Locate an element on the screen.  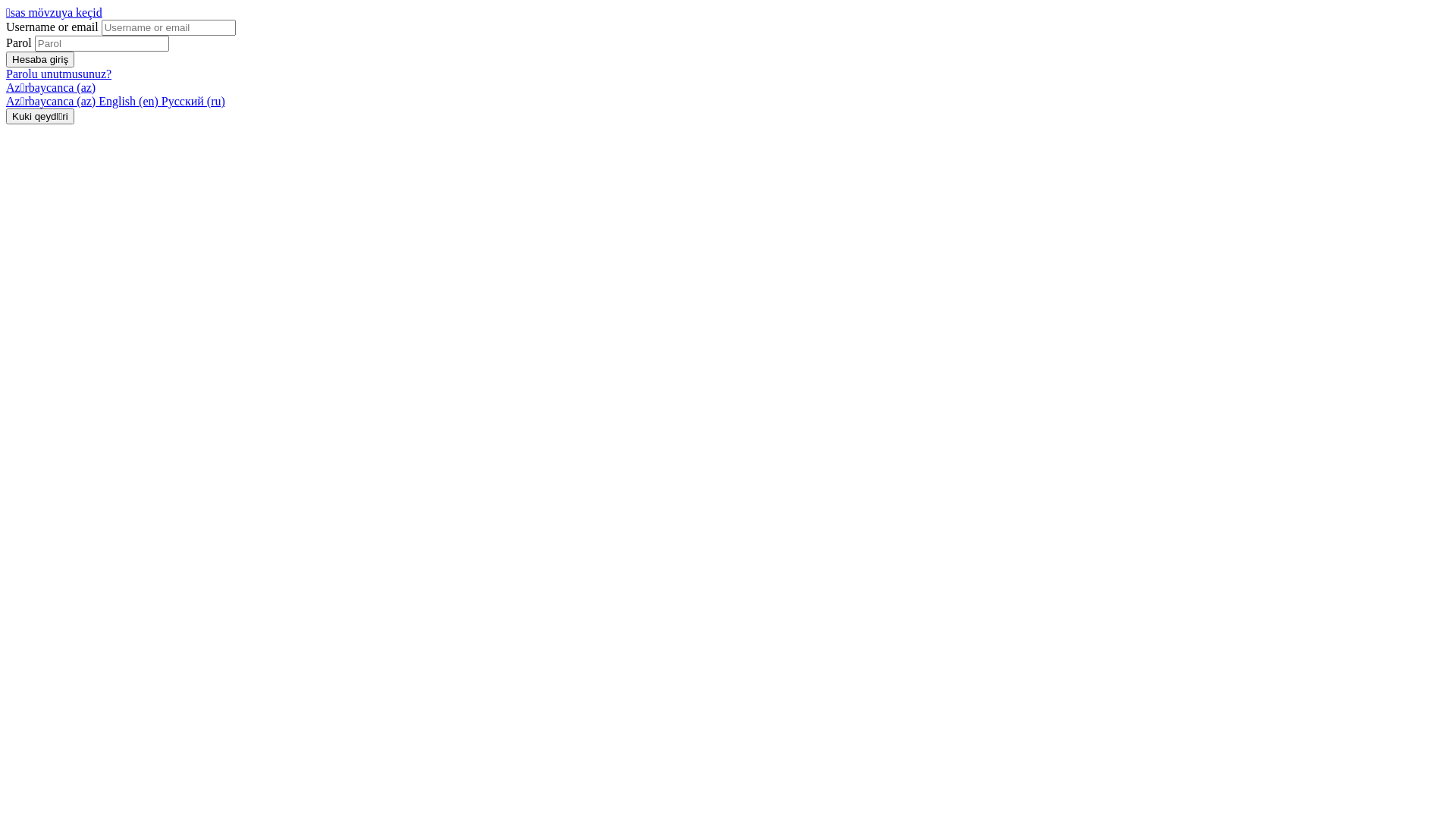
'English (en)' is located at coordinates (130, 101).